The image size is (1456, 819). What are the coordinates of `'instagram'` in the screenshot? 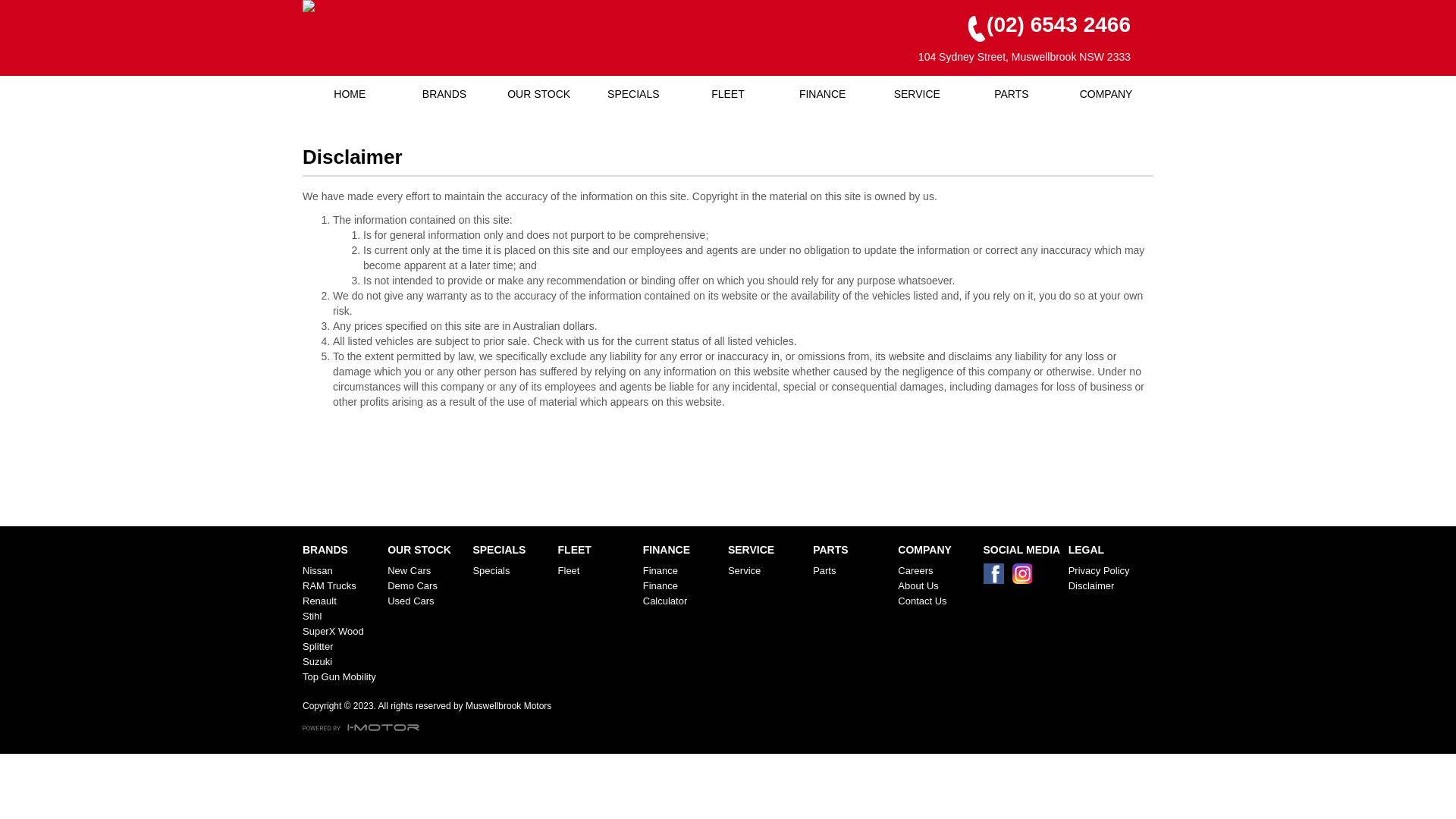 It's located at (1025, 577).